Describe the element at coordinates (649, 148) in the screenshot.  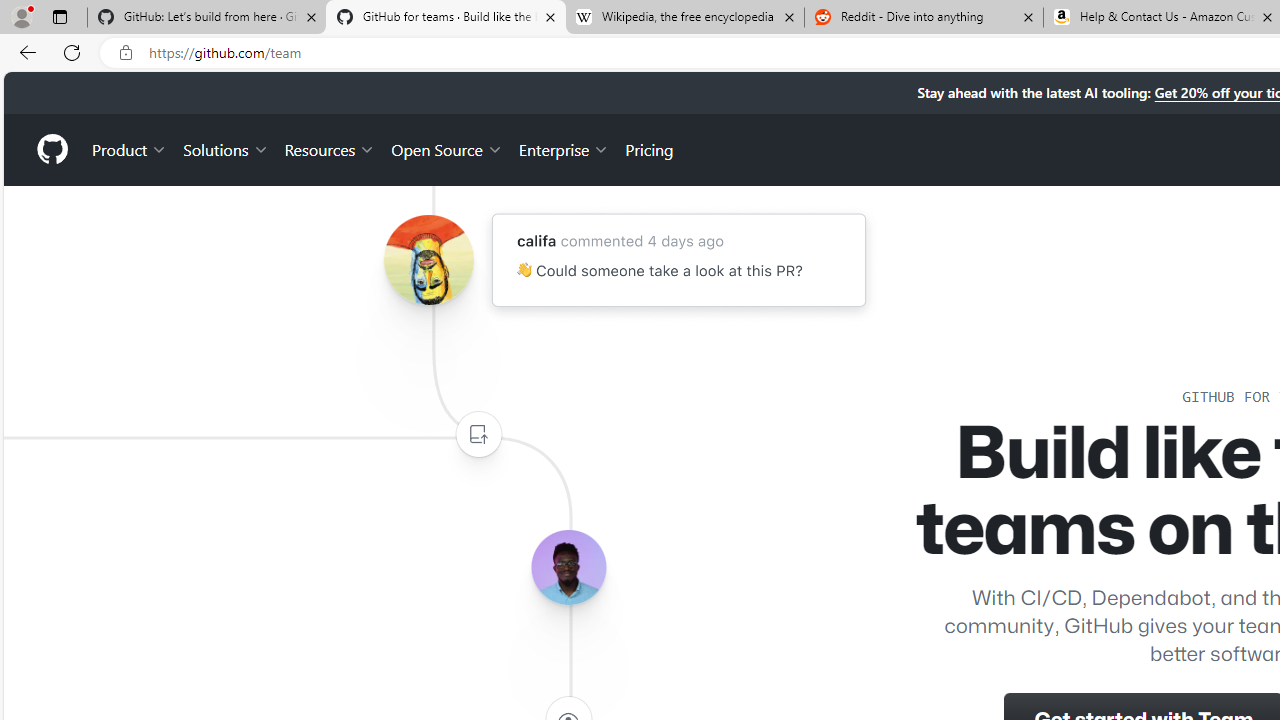
I see `'Pricing'` at that location.